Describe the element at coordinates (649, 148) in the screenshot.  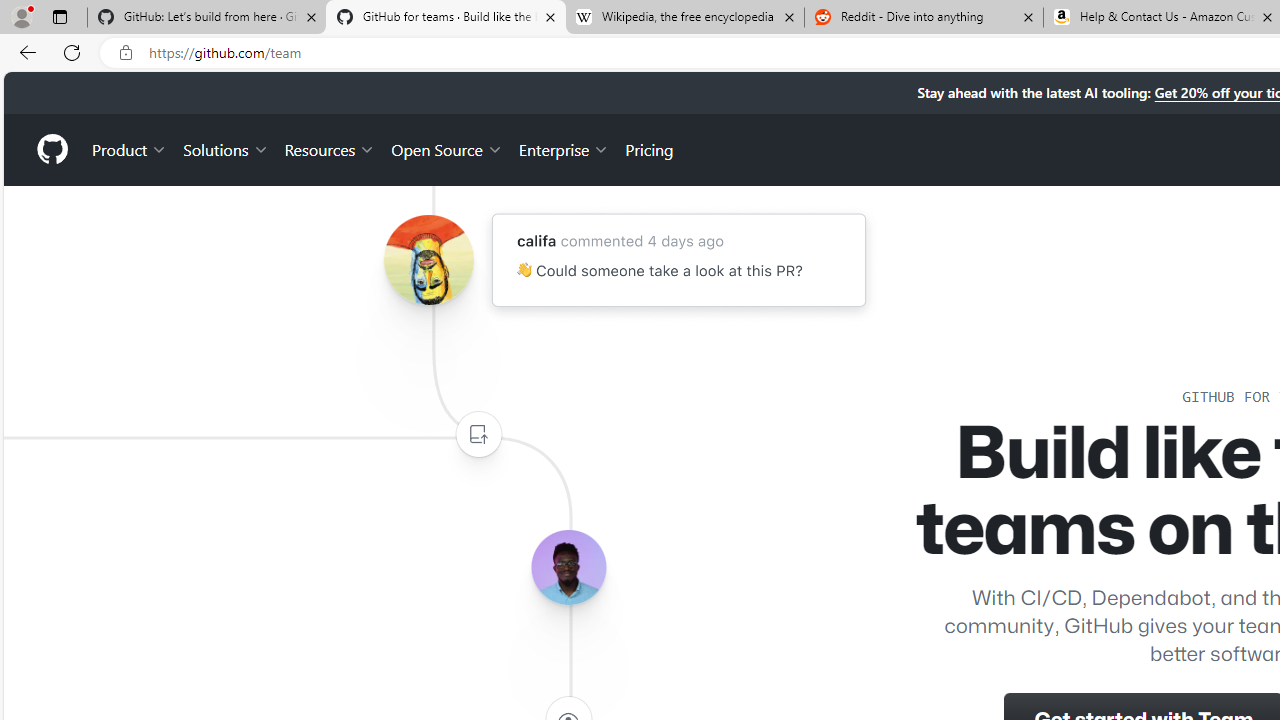
I see `'Pricing'` at that location.